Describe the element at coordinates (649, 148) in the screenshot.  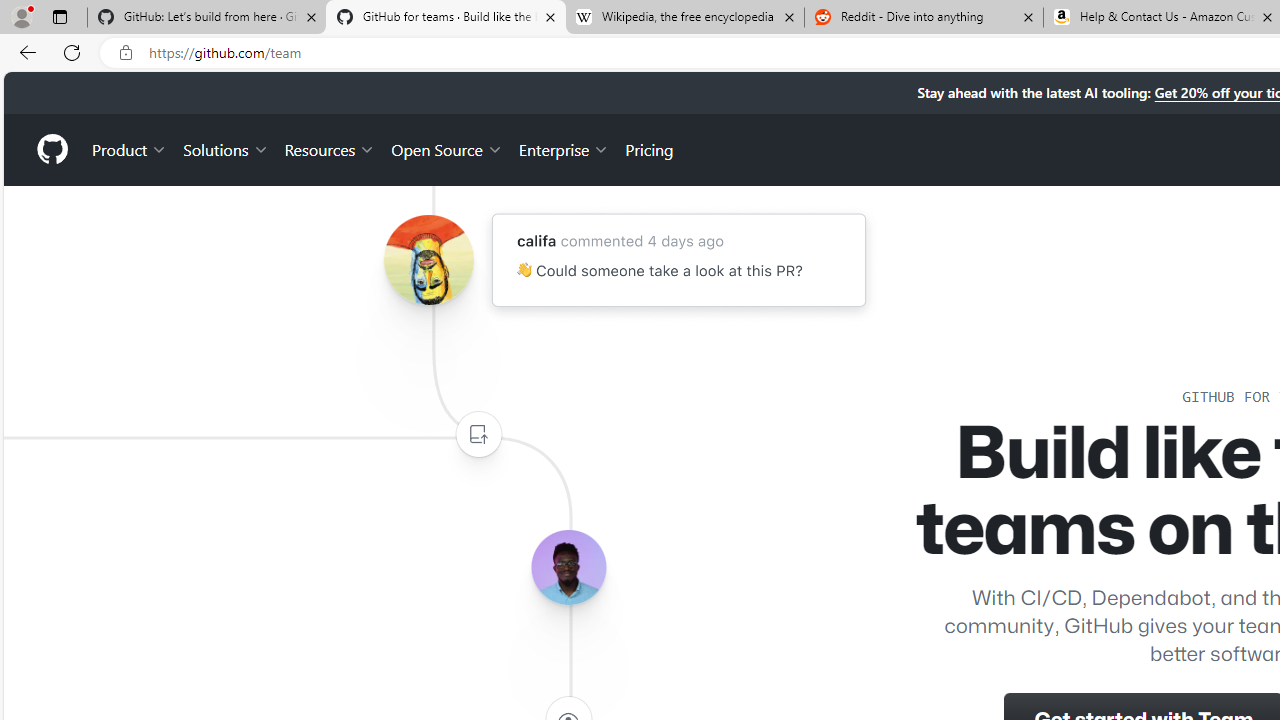
I see `'Pricing'` at that location.